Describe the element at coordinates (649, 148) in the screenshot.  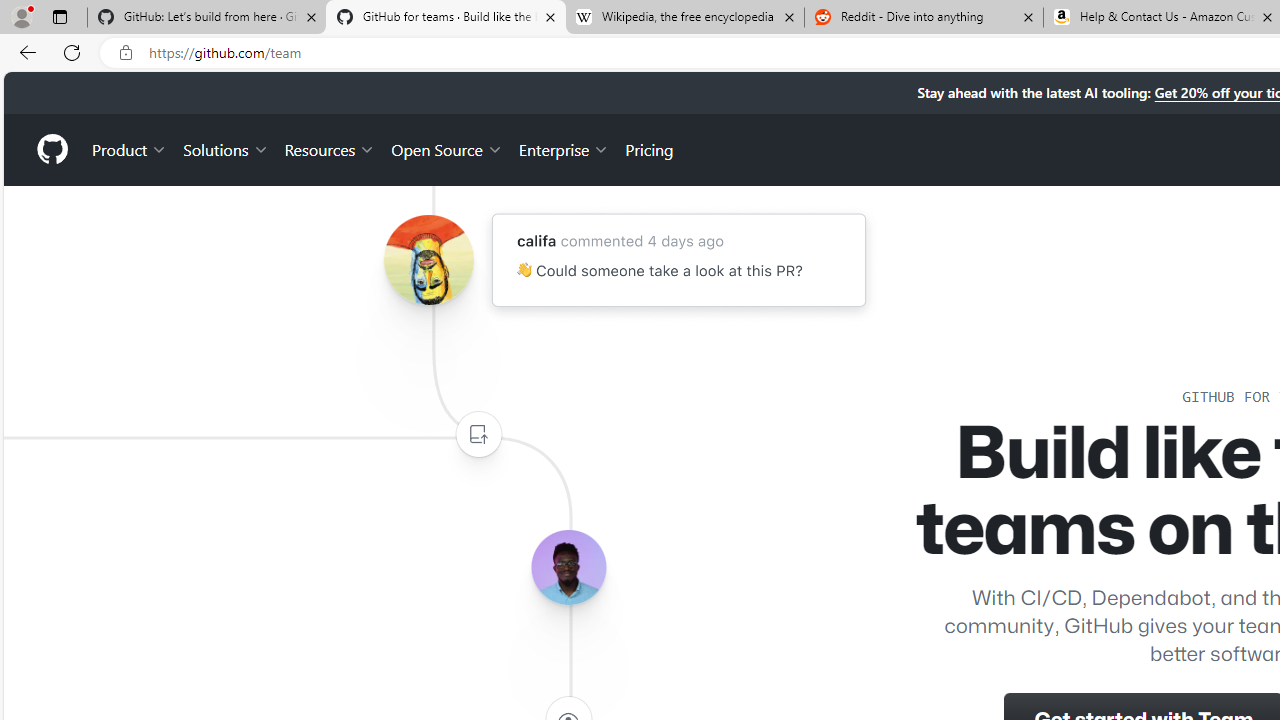
I see `'Pricing'` at that location.